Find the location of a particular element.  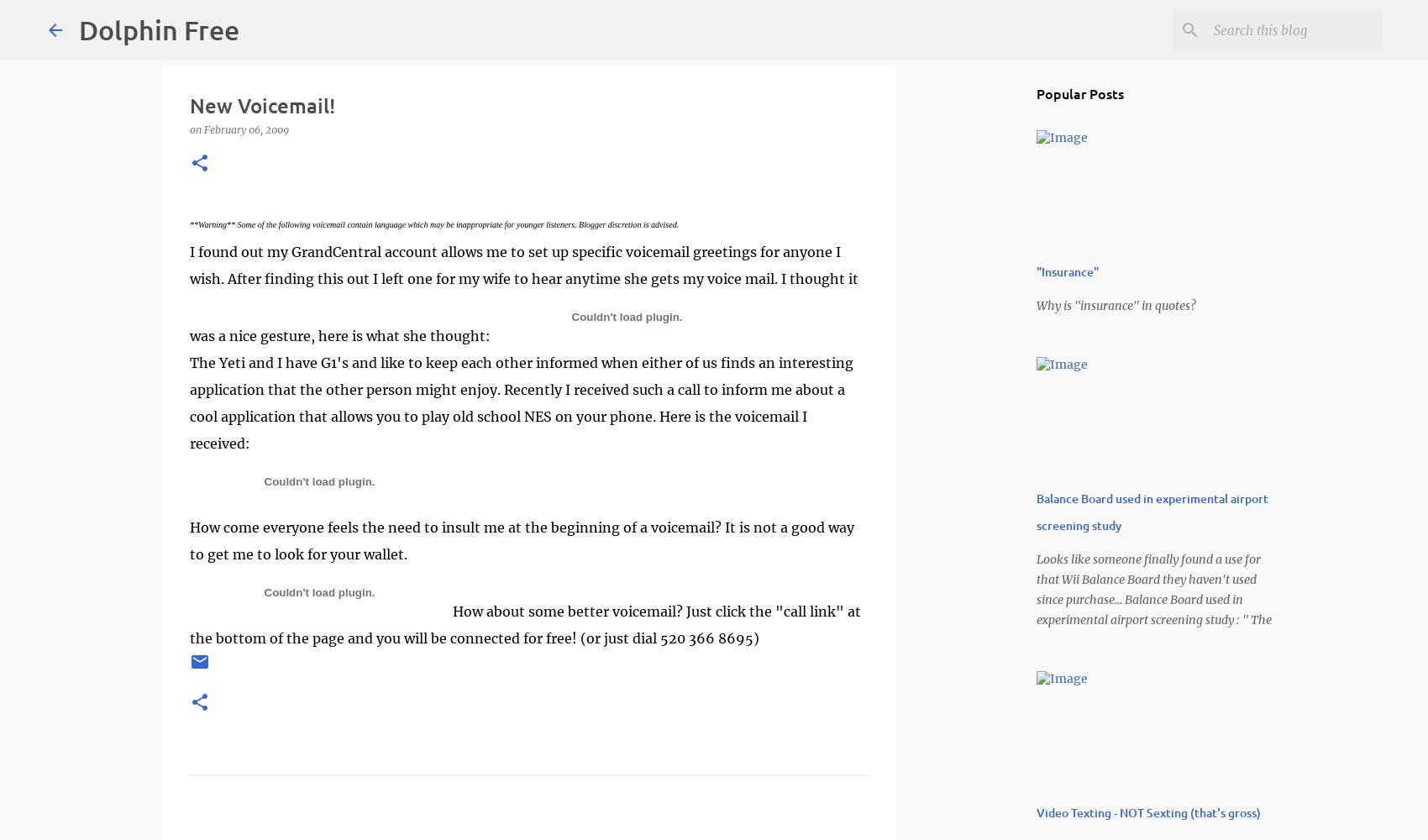

'"Insurance"' is located at coordinates (1036, 270).